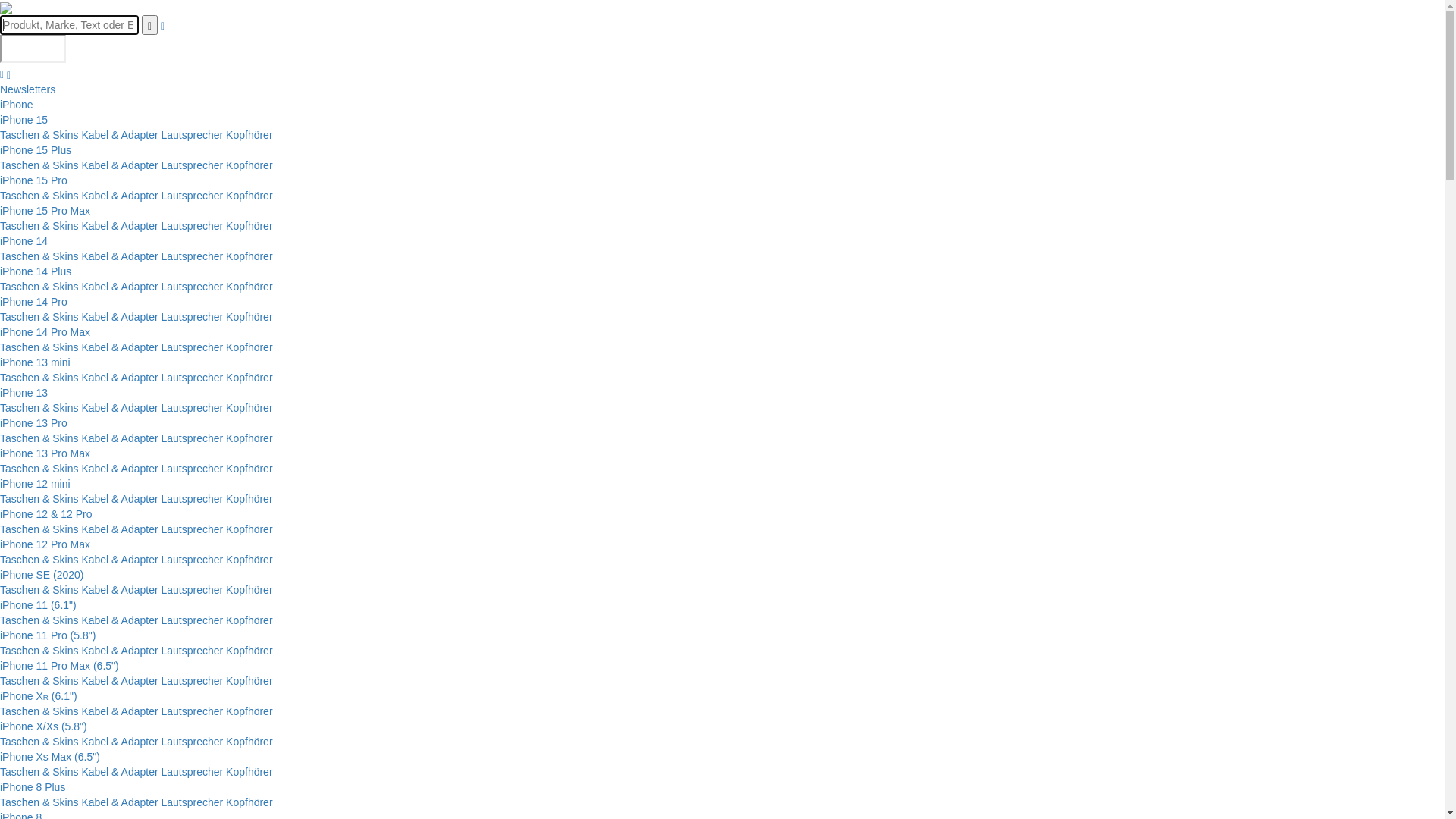 The width and height of the screenshot is (1456, 819). What do you see at coordinates (0, 543) in the screenshot?
I see `'iPhone 12 Pro Max'` at bounding box center [0, 543].